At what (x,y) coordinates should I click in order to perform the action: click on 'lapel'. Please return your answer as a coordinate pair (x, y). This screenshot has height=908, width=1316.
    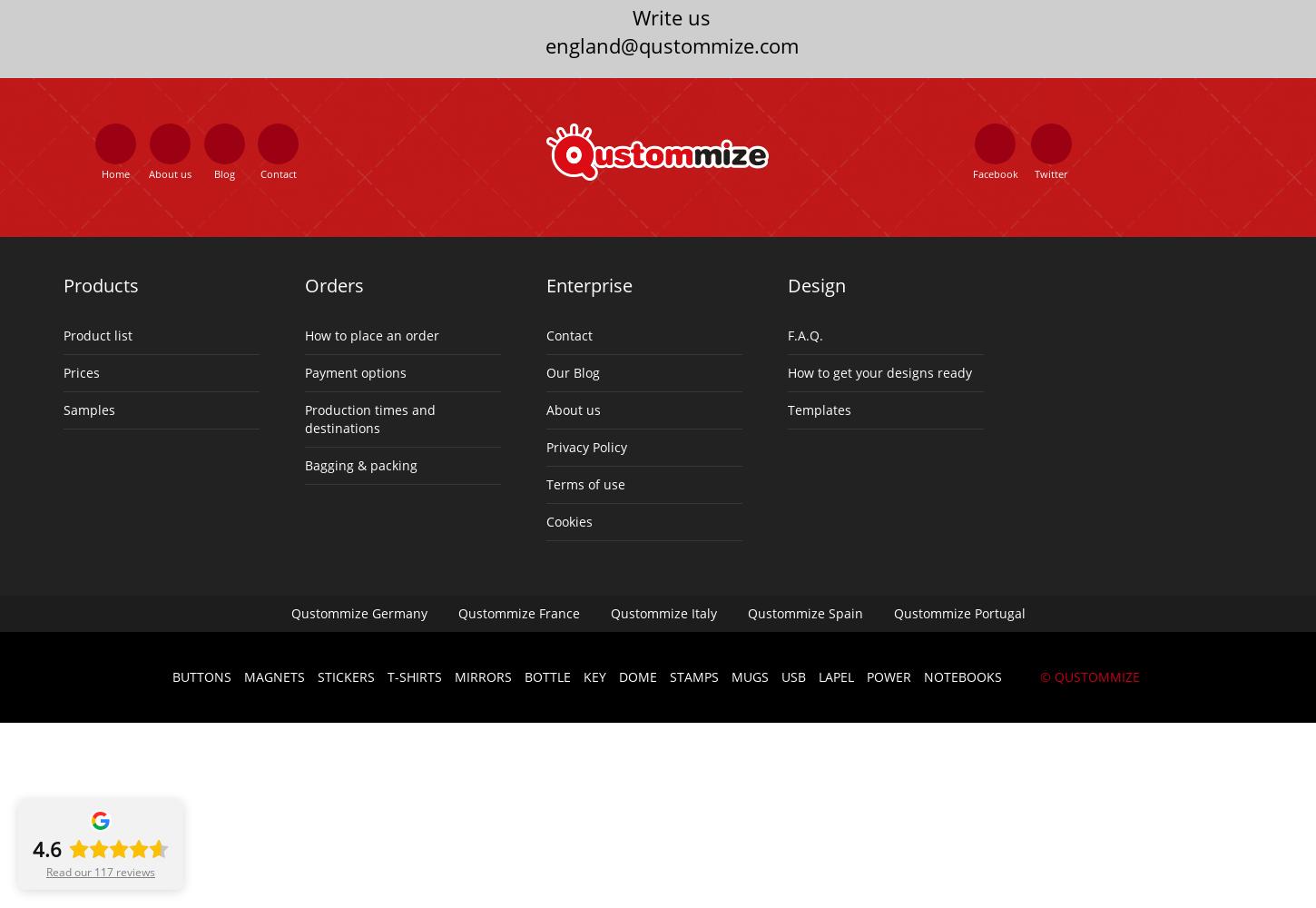
    Looking at the image, I should click on (834, 675).